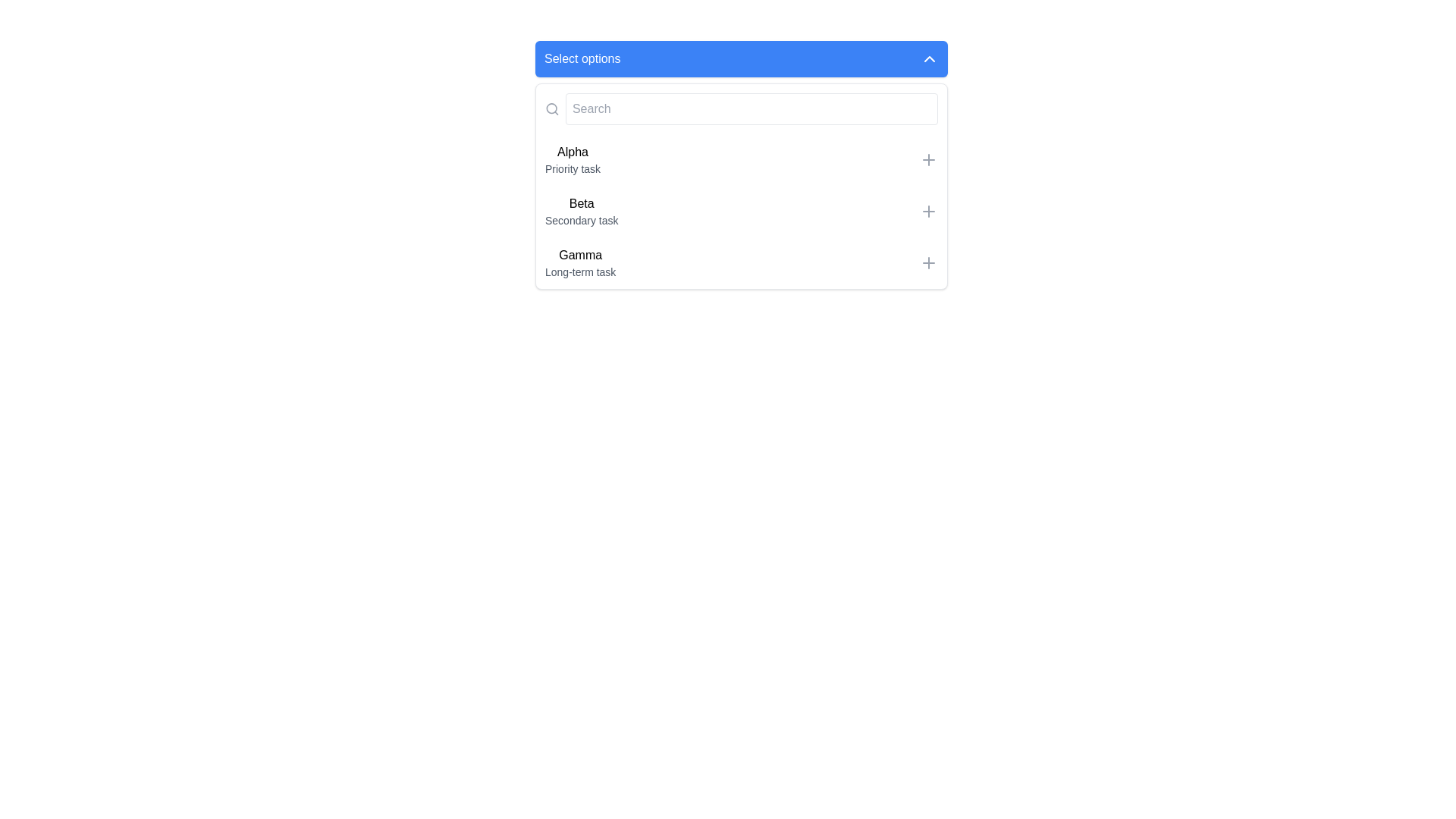  I want to click on the informational text label located below the 'Gamma' title in the dropdown menu, which provides additional context about the item 'Gamma', so click(579, 271).